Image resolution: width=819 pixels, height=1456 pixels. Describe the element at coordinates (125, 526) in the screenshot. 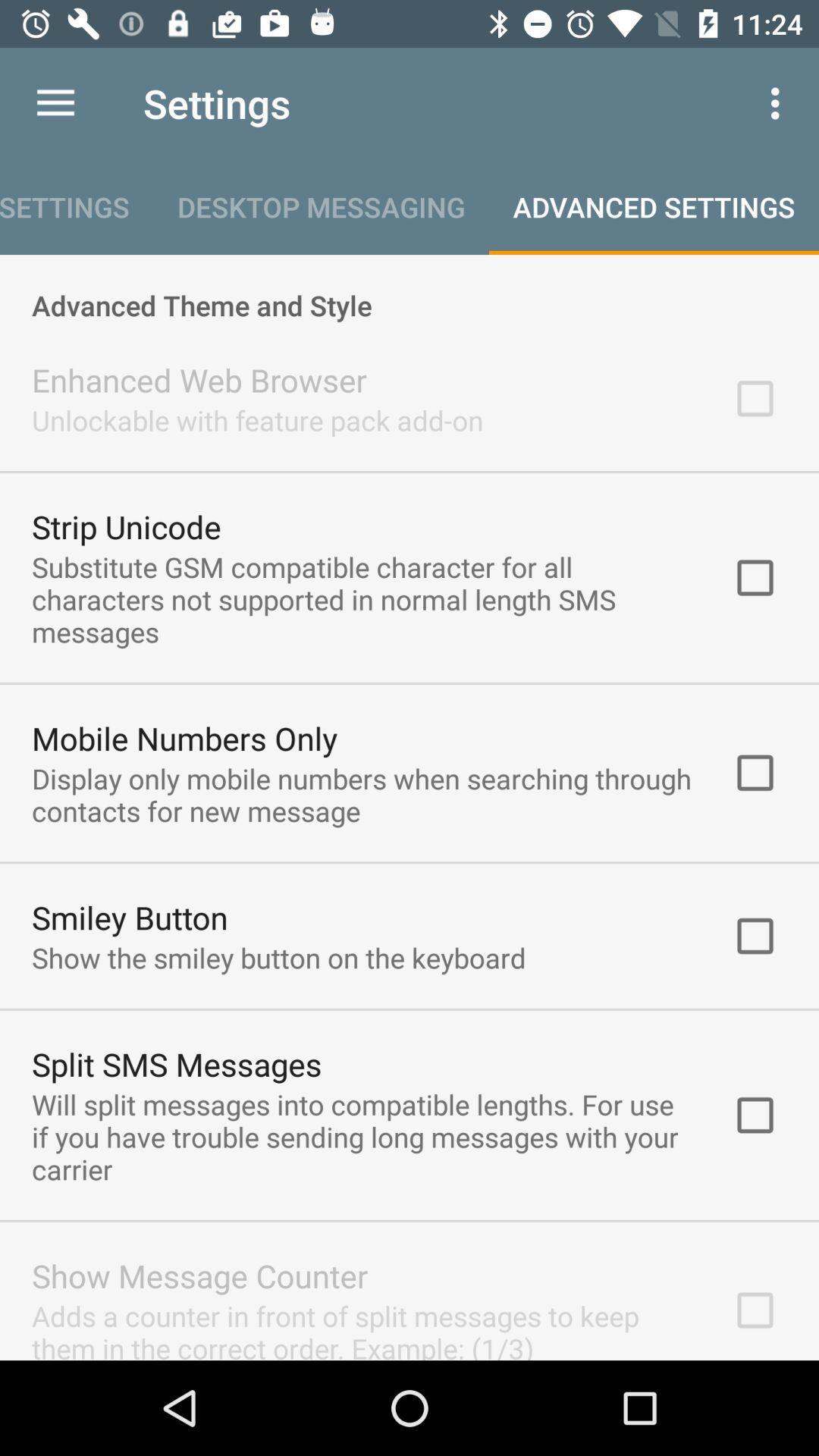

I see `item below unlockable with feature item` at that location.